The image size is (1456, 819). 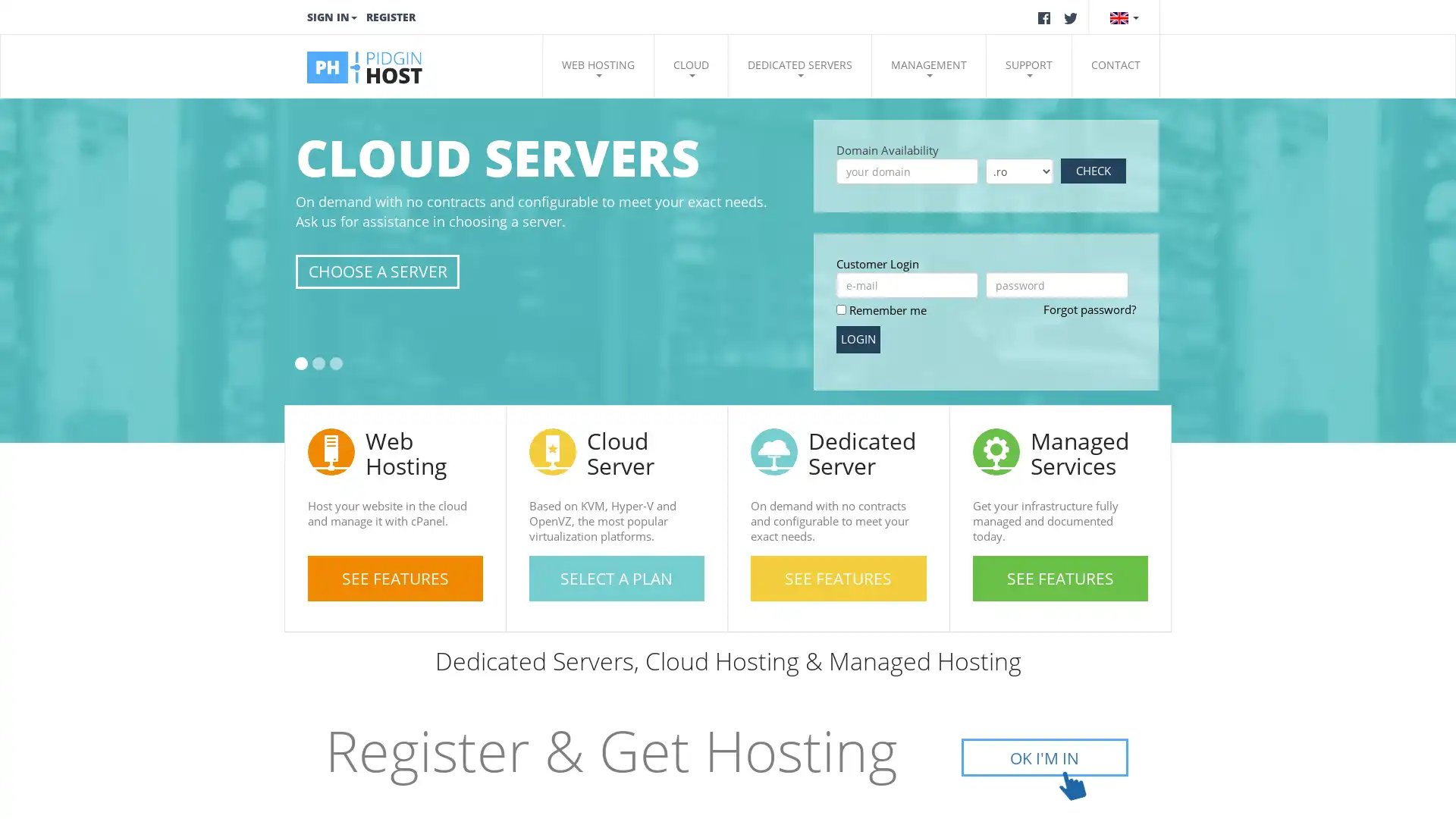 I want to click on LOGIN, so click(x=858, y=338).